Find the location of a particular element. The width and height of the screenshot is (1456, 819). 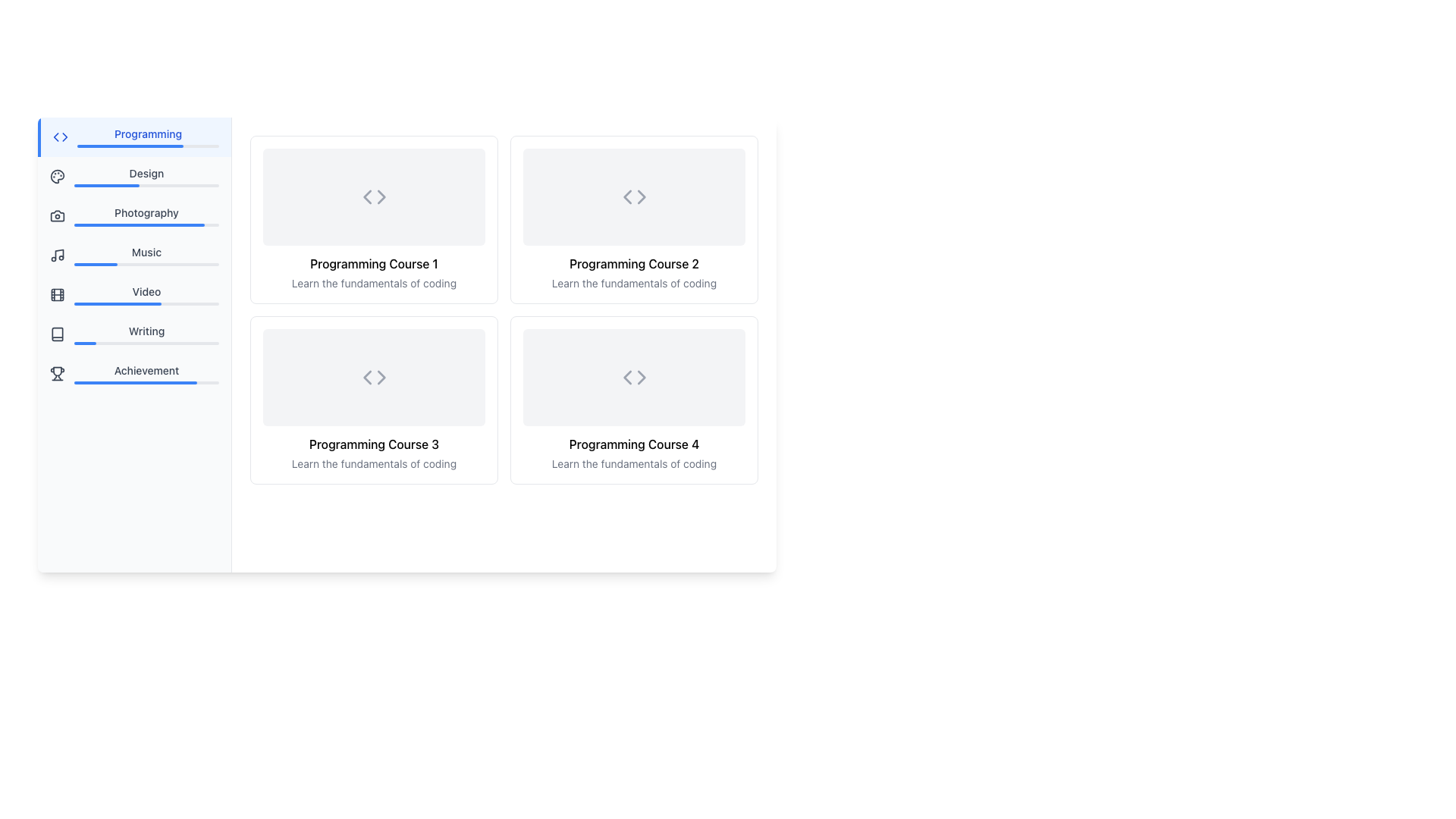

the 'Photography' icon in the sidebar menu, which visually represents the photography section is located at coordinates (58, 216).